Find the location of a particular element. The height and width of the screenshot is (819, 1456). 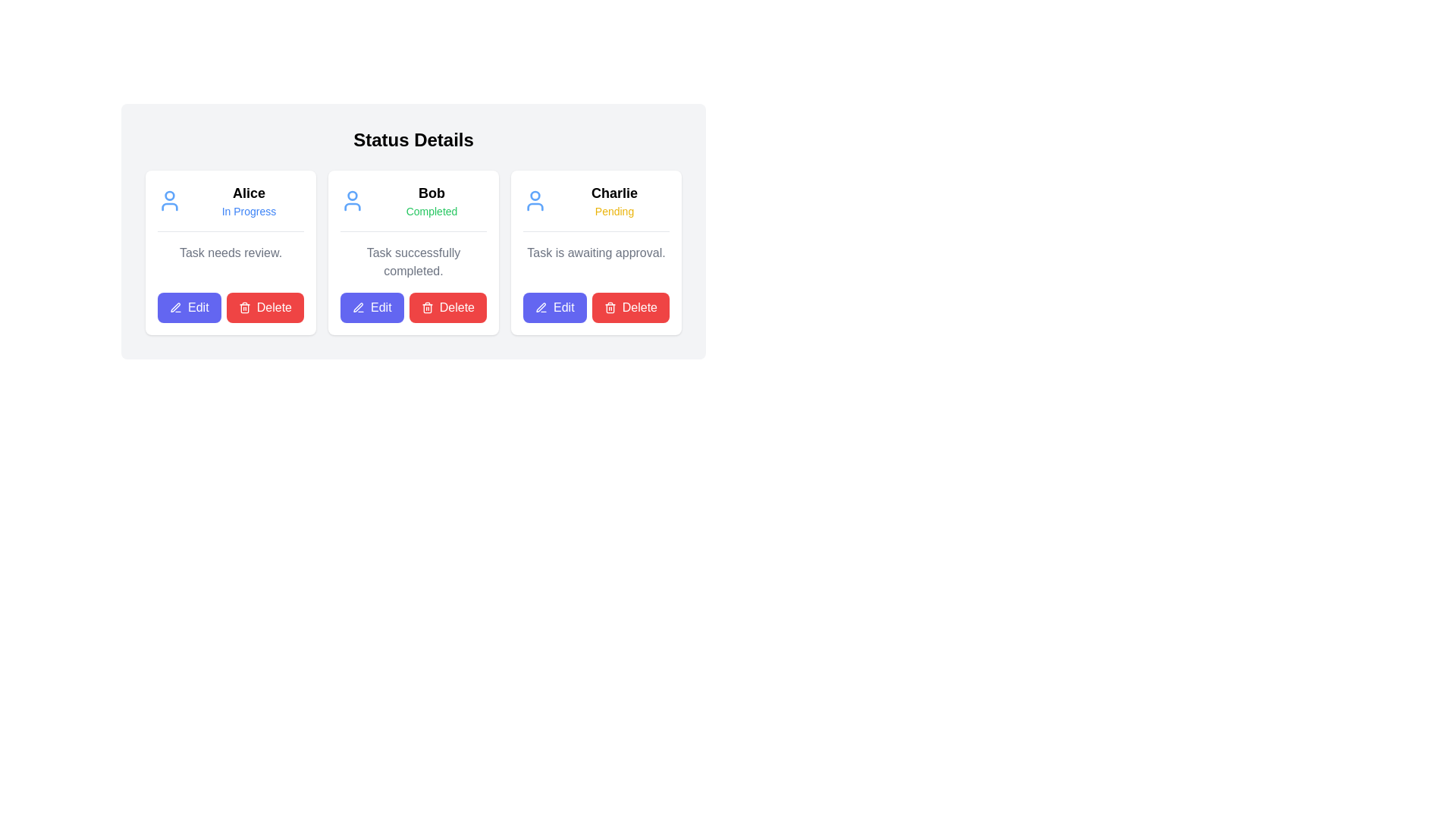

the edit button located at the bottom of the 'Charlie - Pending' card is located at coordinates (554, 307).